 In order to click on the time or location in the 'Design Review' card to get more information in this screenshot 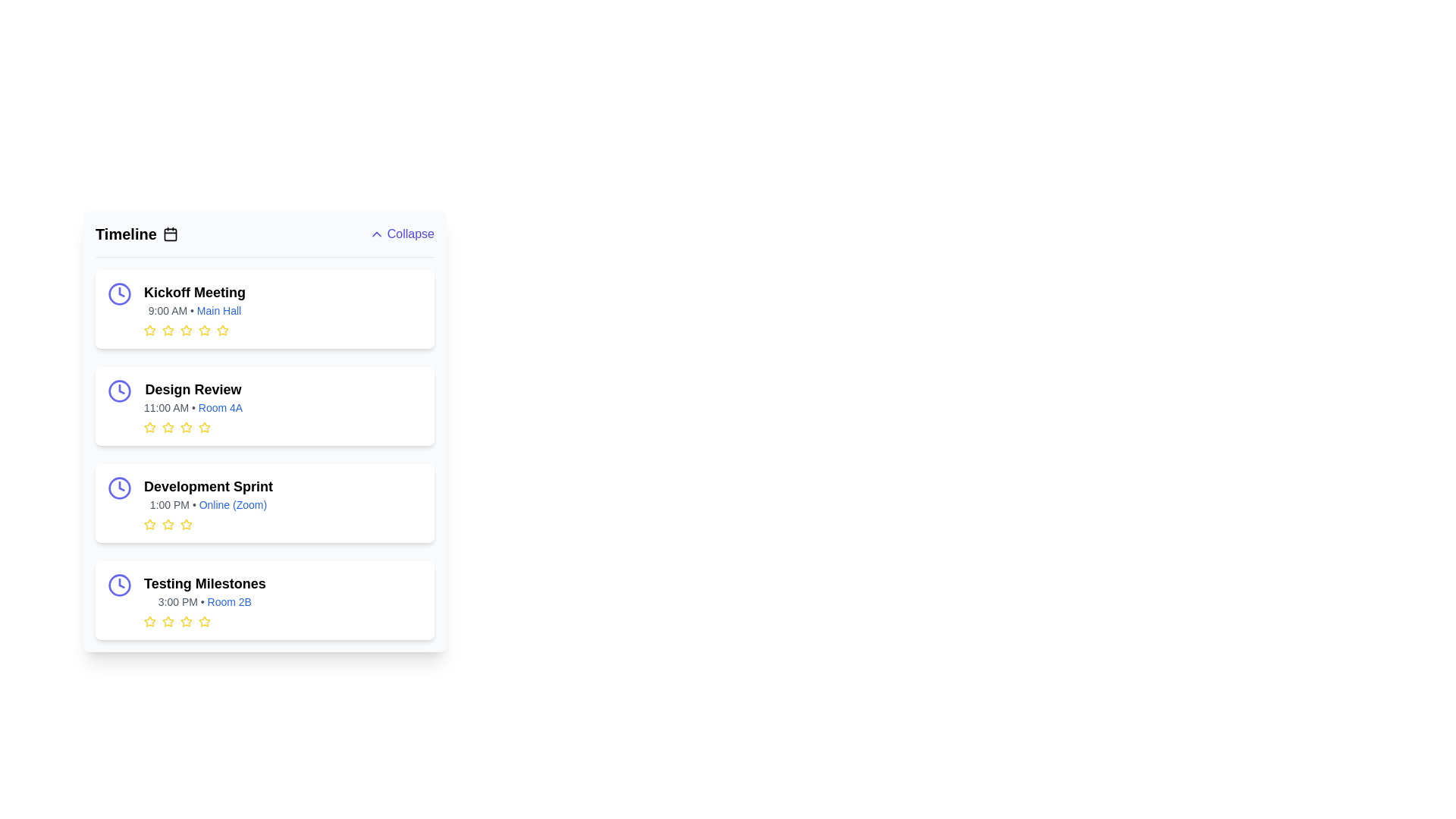, I will do `click(265, 406)`.